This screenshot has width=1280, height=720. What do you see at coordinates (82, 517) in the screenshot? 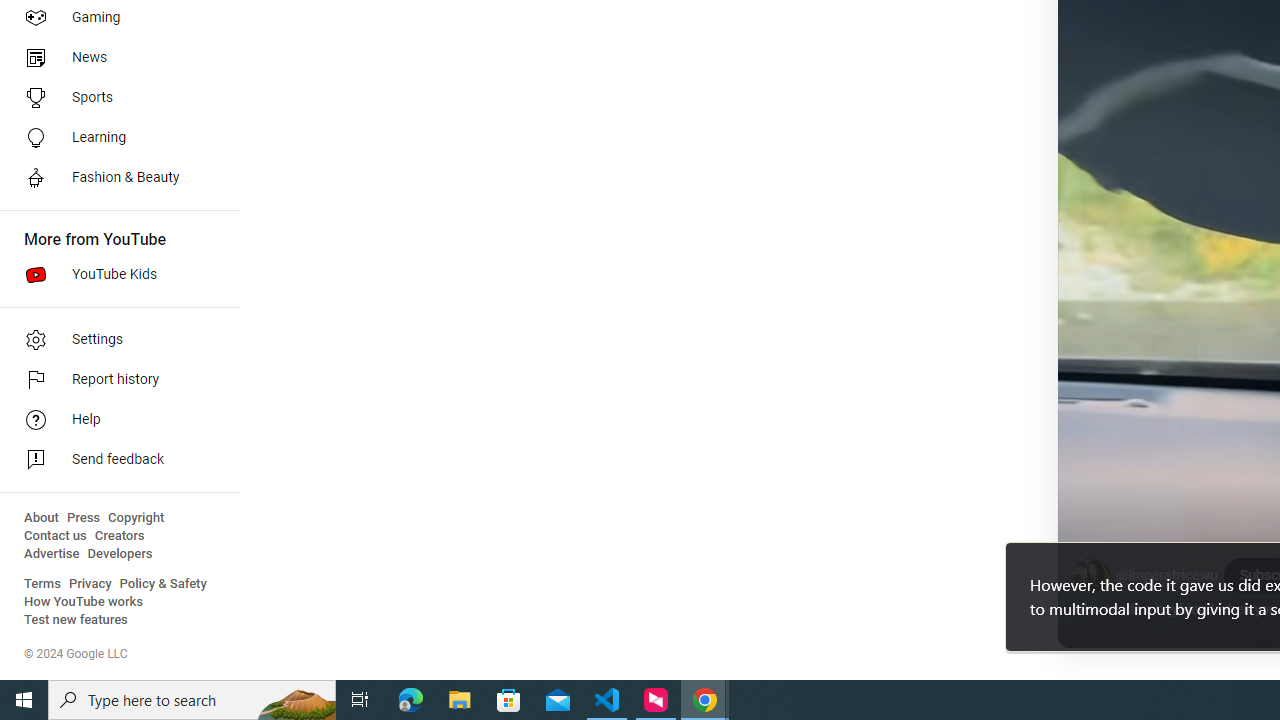
I see `'Press'` at bounding box center [82, 517].